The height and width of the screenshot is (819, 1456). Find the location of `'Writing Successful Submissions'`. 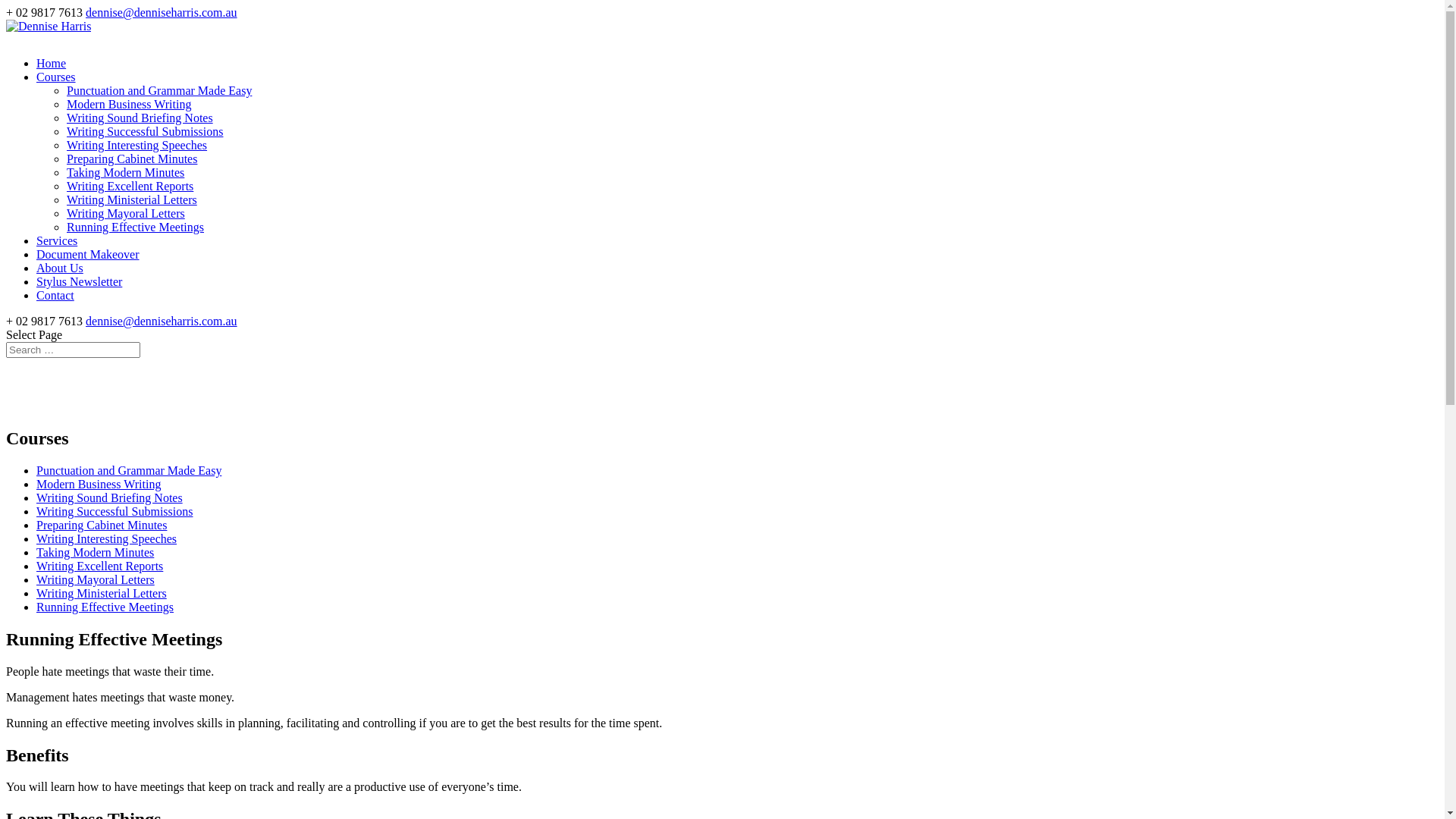

'Writing Successful Submissions' is located at coordinates (145, 130).